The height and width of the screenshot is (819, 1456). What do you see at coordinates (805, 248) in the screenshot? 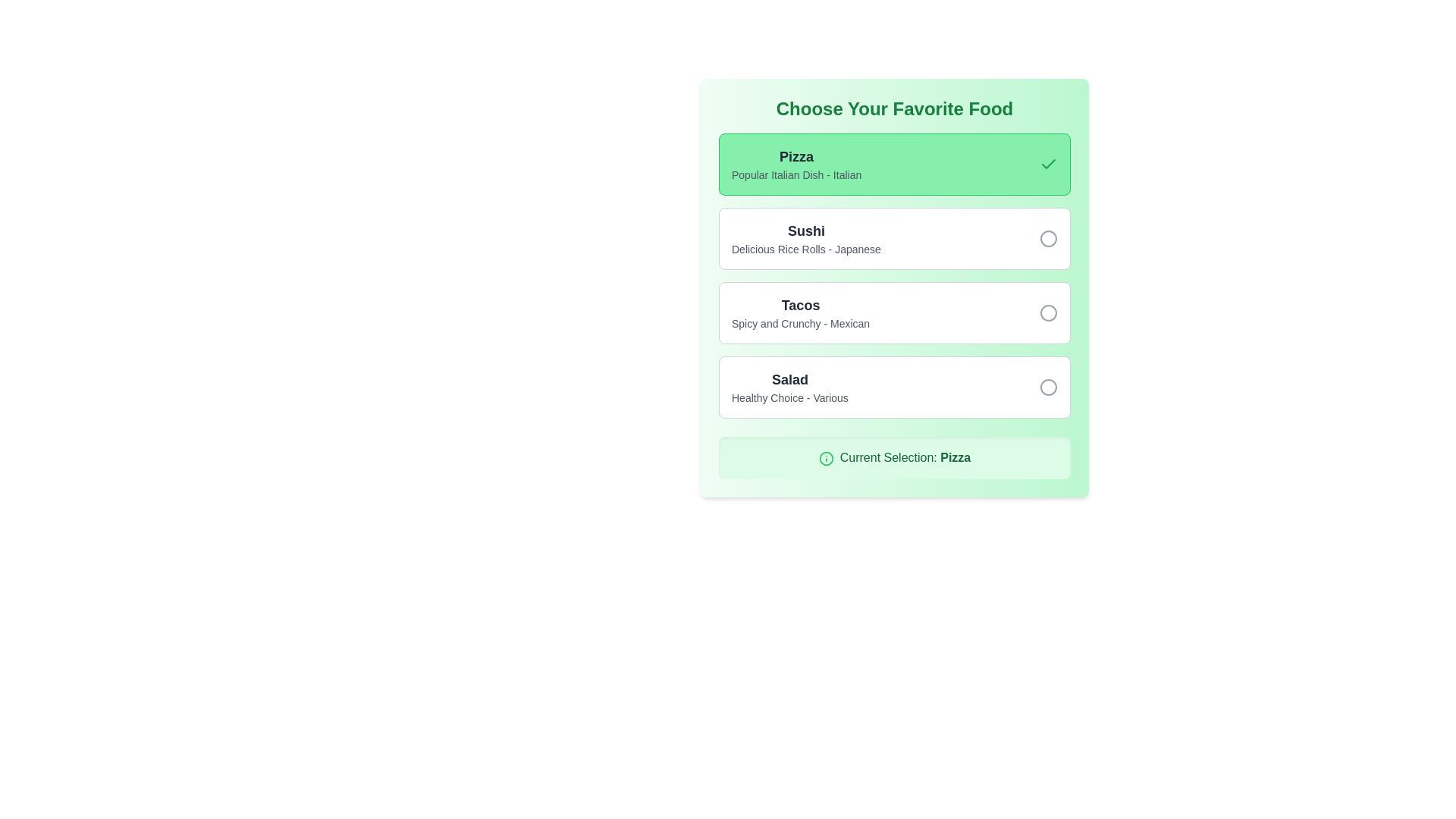
I see `descriptive subtitle text label located below the 'Sushi' option in the food selection interface` at bounding box center [805, 248].